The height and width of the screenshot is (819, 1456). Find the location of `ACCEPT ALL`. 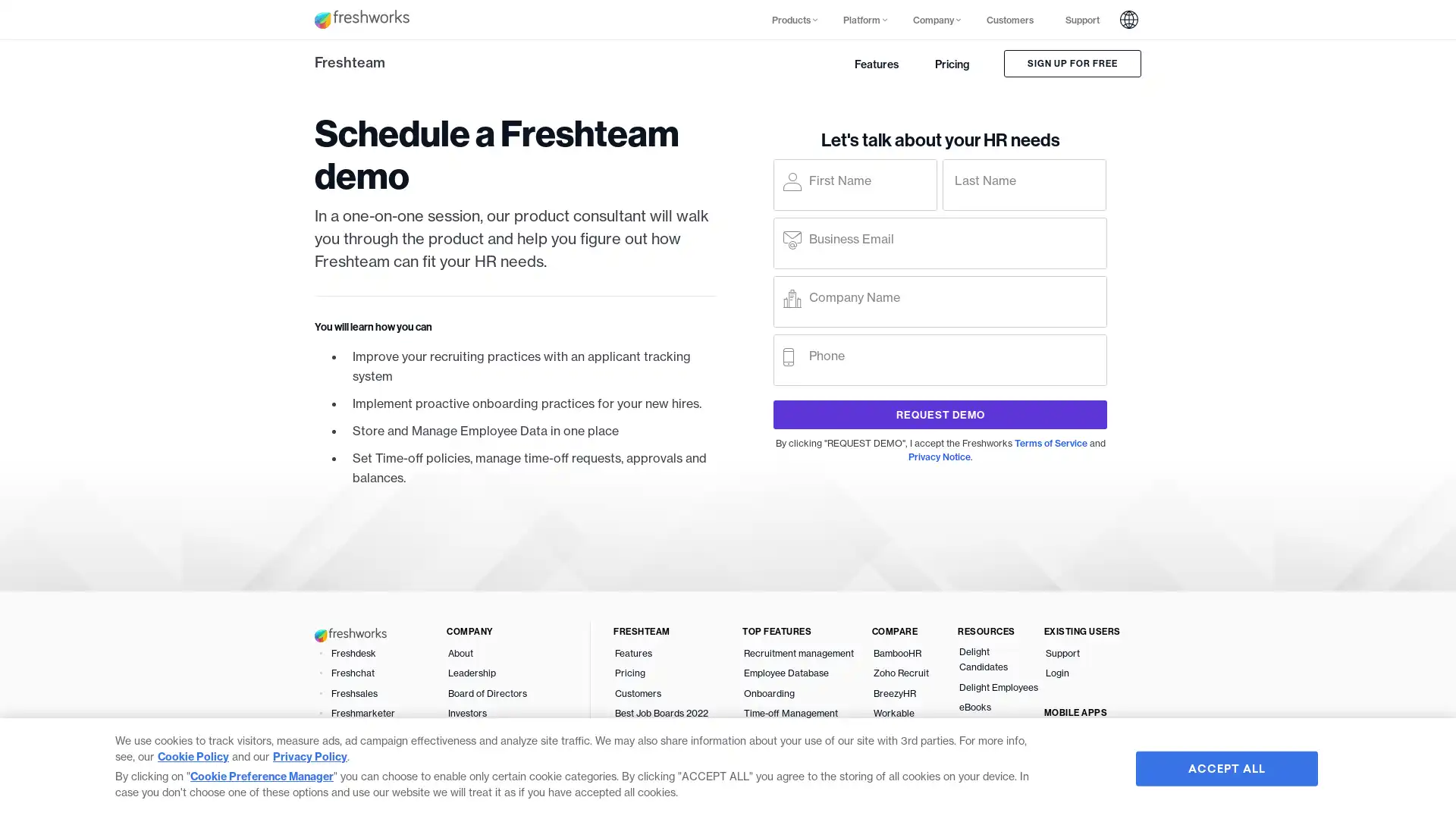

ACCEPT ALL is located at coordinates (1226, 768).